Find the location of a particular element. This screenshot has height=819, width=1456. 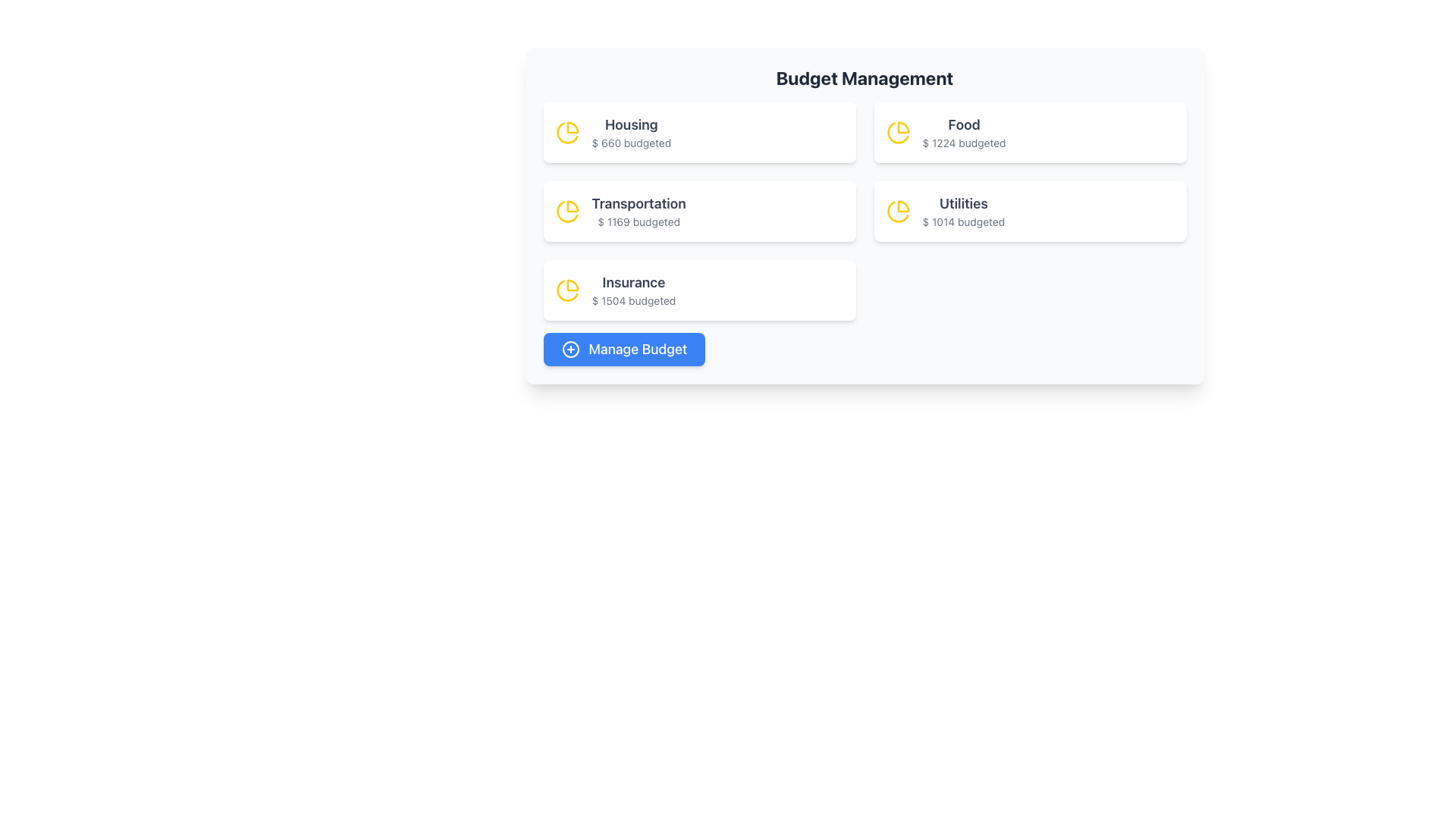

the 'Manage Budget' text label within the blue button is located at coordinates (638, 350).